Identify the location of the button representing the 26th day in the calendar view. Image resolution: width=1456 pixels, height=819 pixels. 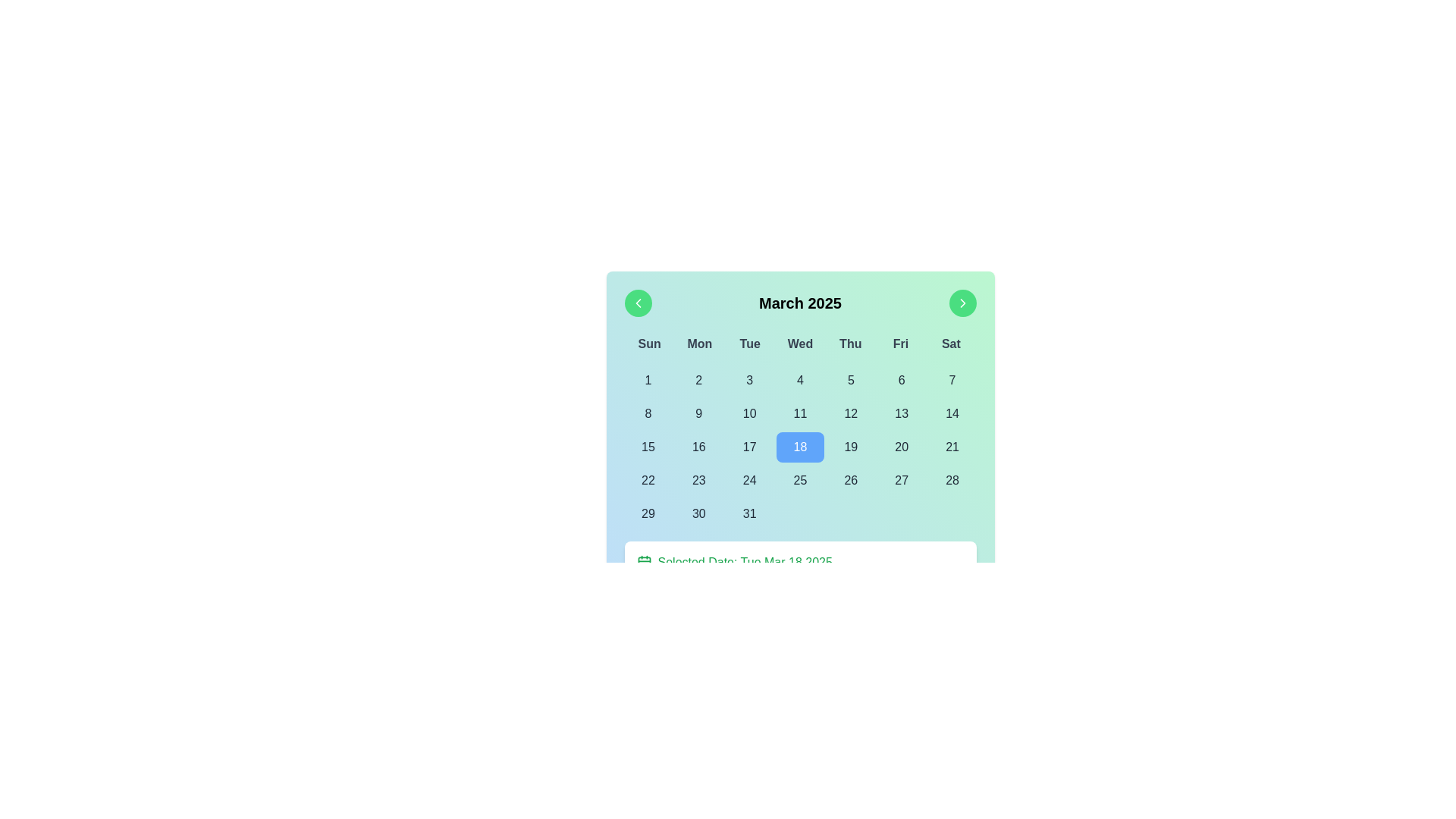
(851, 480).